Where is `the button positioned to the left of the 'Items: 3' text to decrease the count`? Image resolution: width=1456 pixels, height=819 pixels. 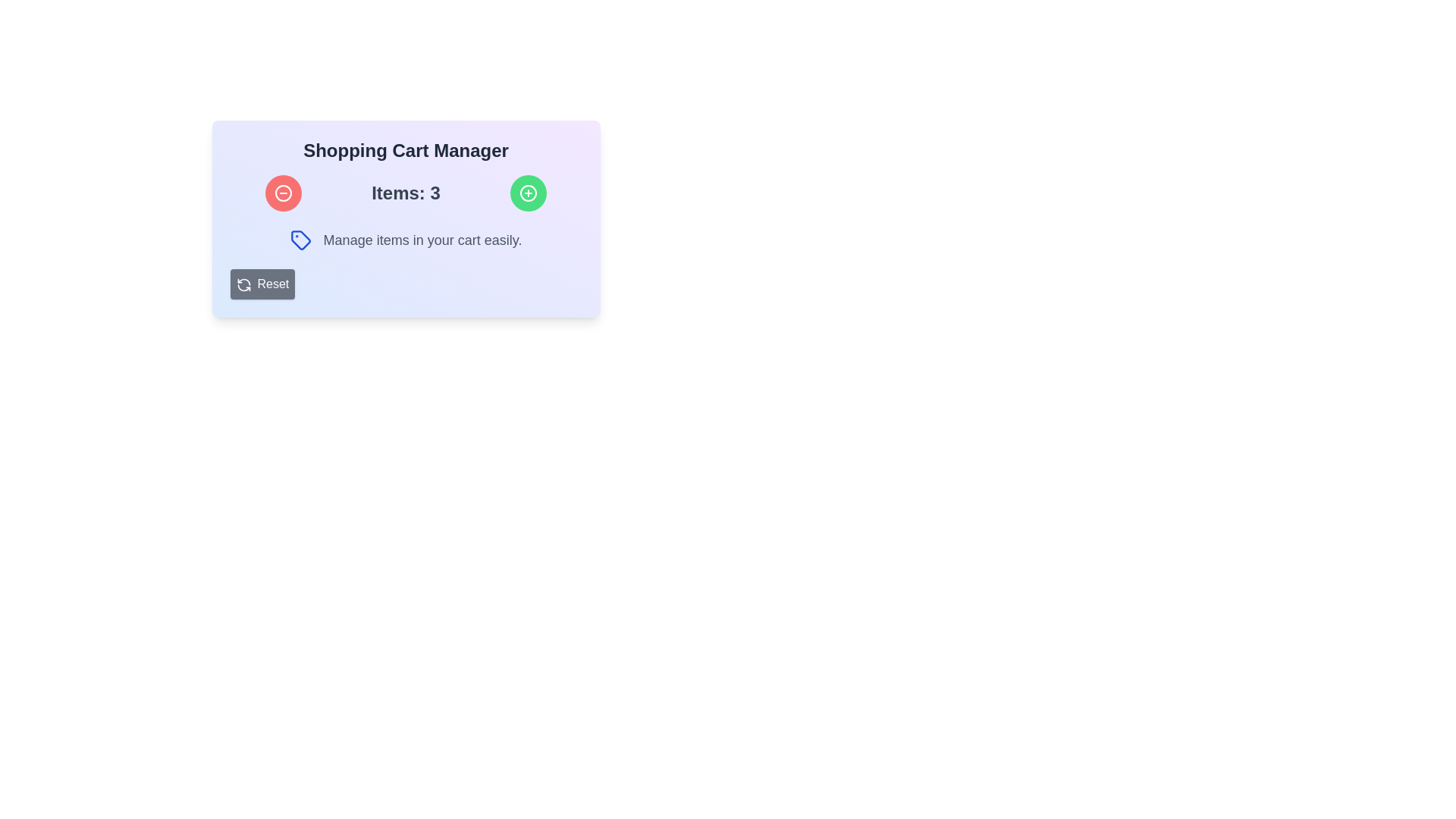 the button positioned to the left of the 'Items: 3' text to decrease the count is located at coordinates (283, 192).